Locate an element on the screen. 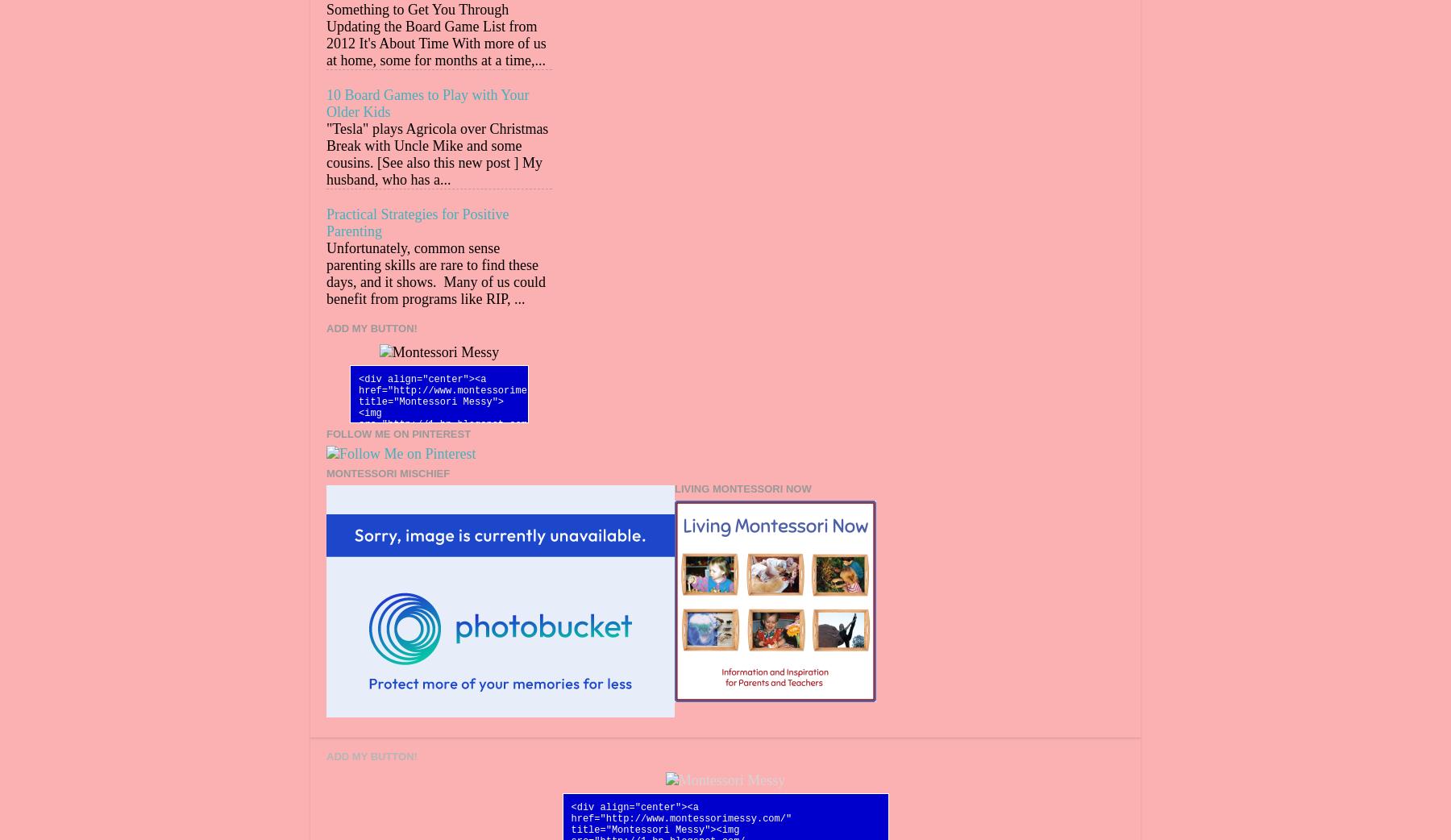  'Montessori Mischief' is located at coordinates (387, 472).